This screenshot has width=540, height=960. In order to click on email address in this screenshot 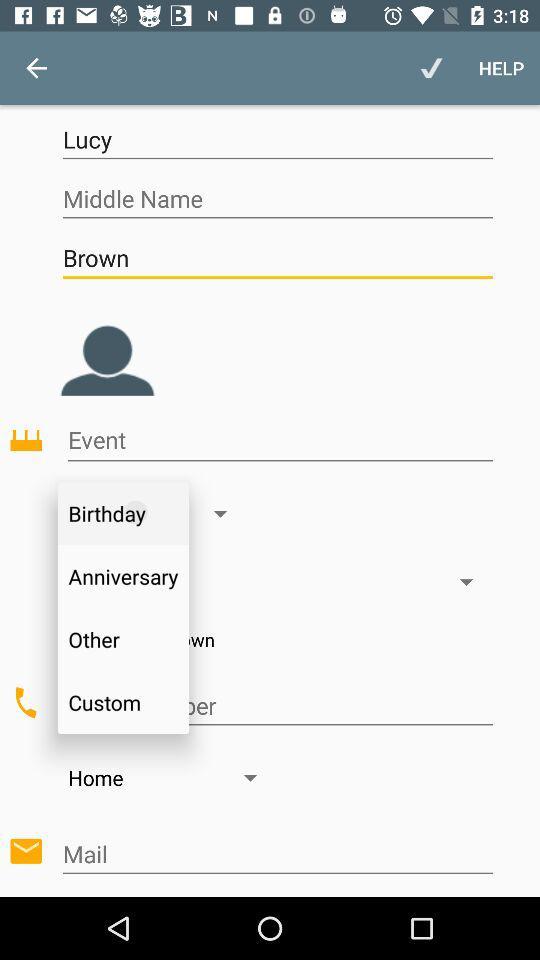, I will do `click(276, 853)`.